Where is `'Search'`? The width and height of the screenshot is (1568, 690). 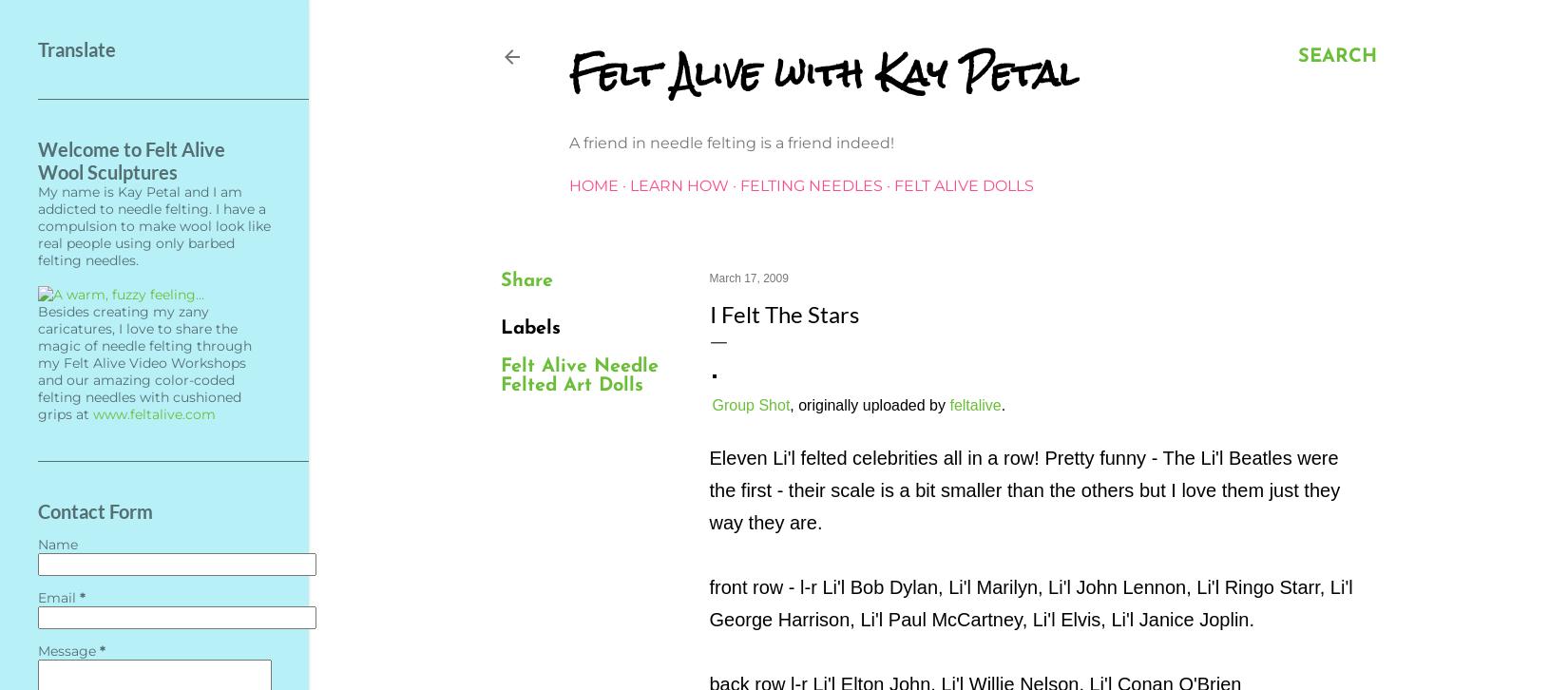 'Search' is located at coordinates (1335, 56).